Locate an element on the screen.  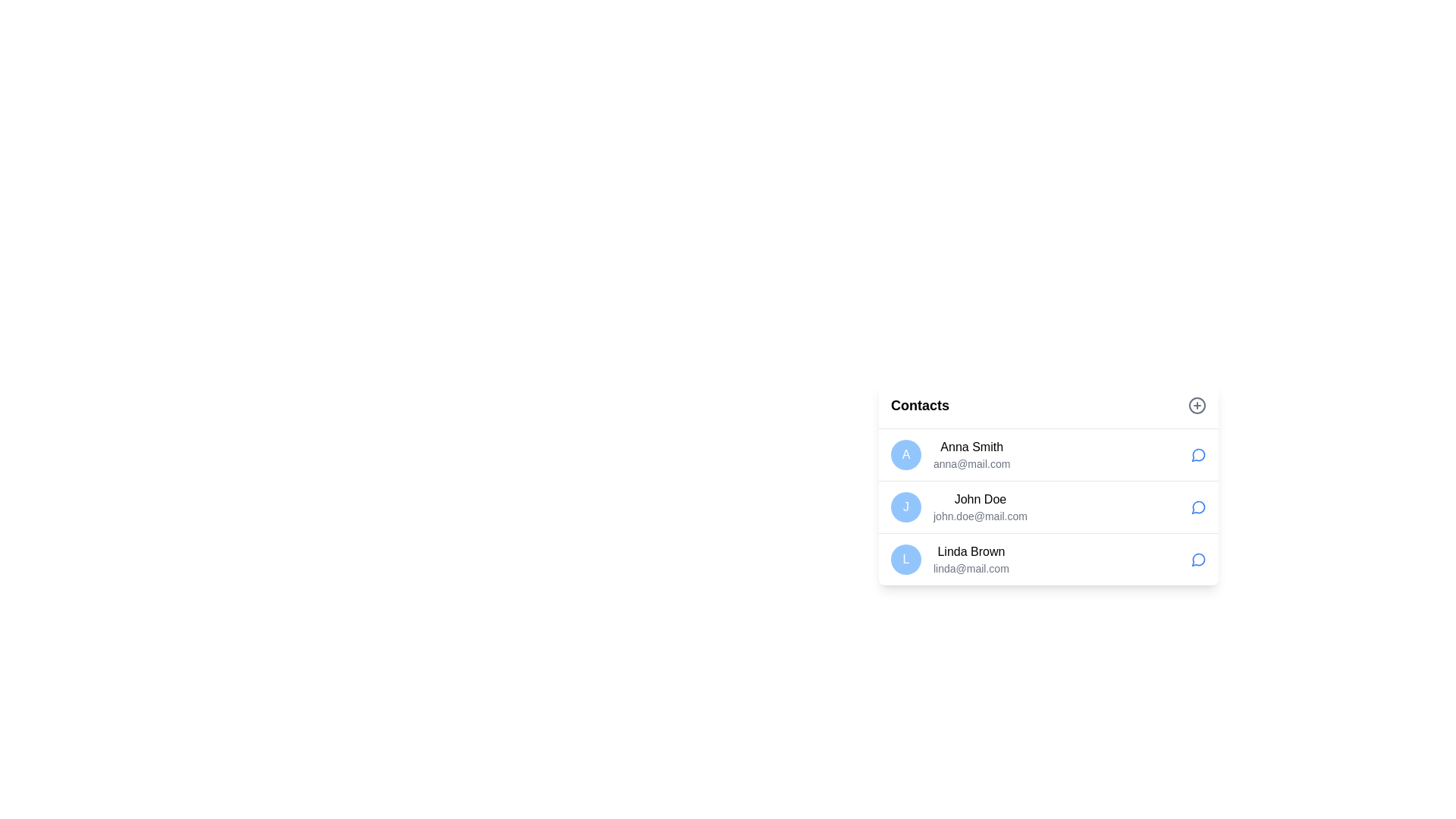
the chat icon located at the far right of the row containing 'Linda Brown' and 'linda@mail.com' is located at coordinates (1197, 559).